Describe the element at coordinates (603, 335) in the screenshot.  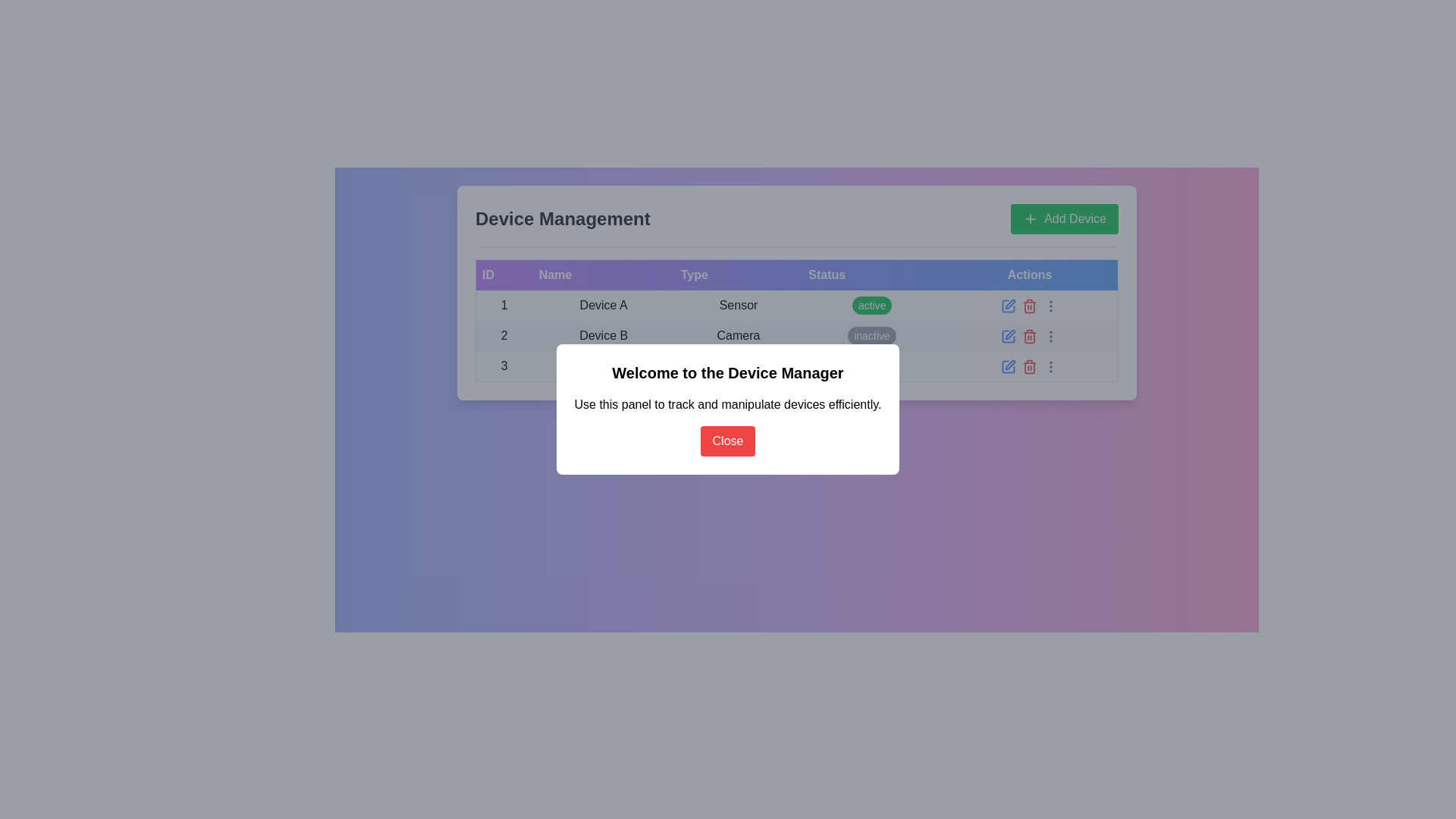
I see `the Text label displaying the name of the device, which is the second entry in the 'Name' column of the device management table, located between the ID '2' and the 'Type' column entry 'Camera'` at that location.